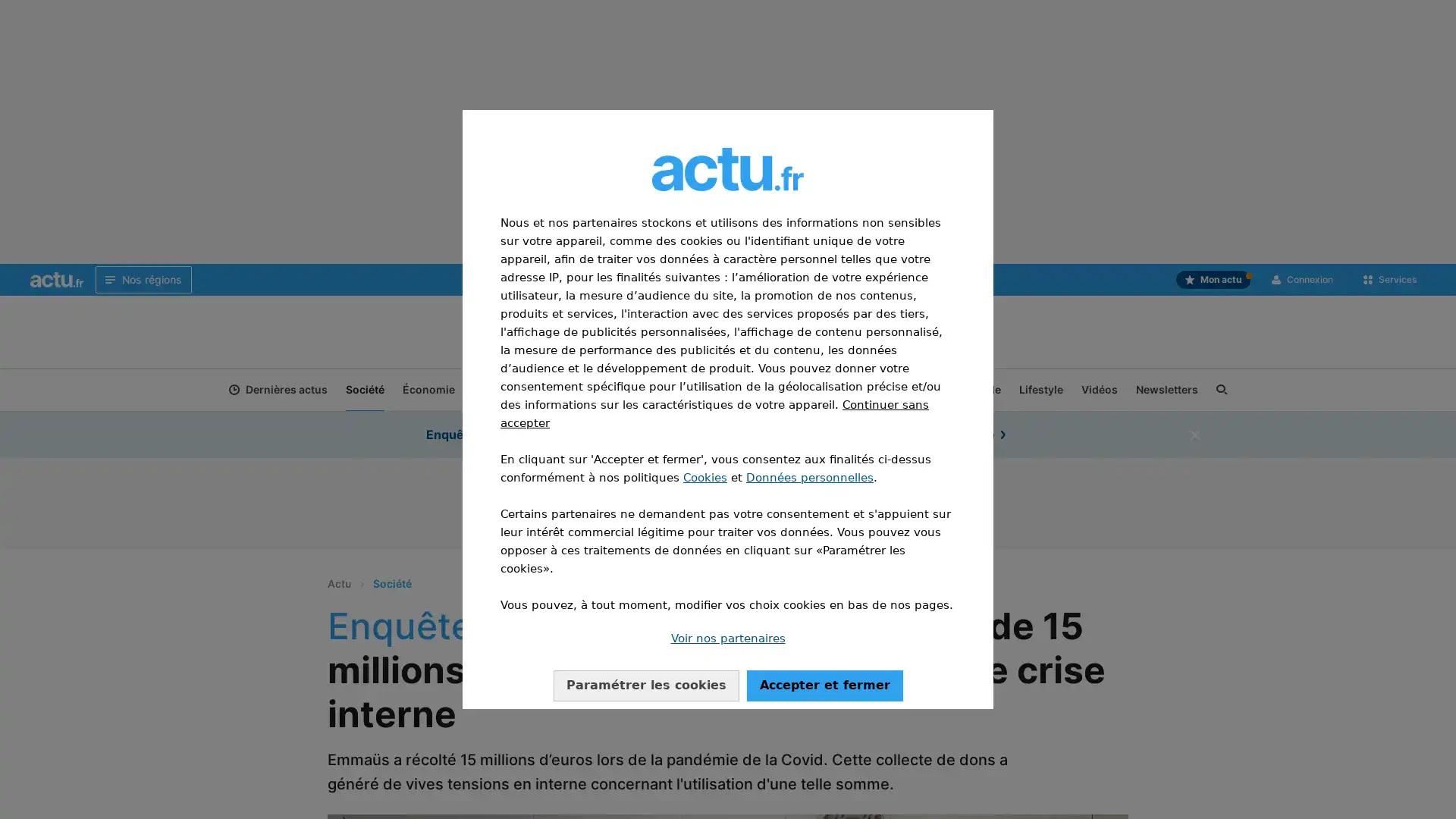 This screenshot has height=819, width=1456. Describe the element at coordinates (728, 638) in the screenshot. I see `Voir nos partenaires` at that location.